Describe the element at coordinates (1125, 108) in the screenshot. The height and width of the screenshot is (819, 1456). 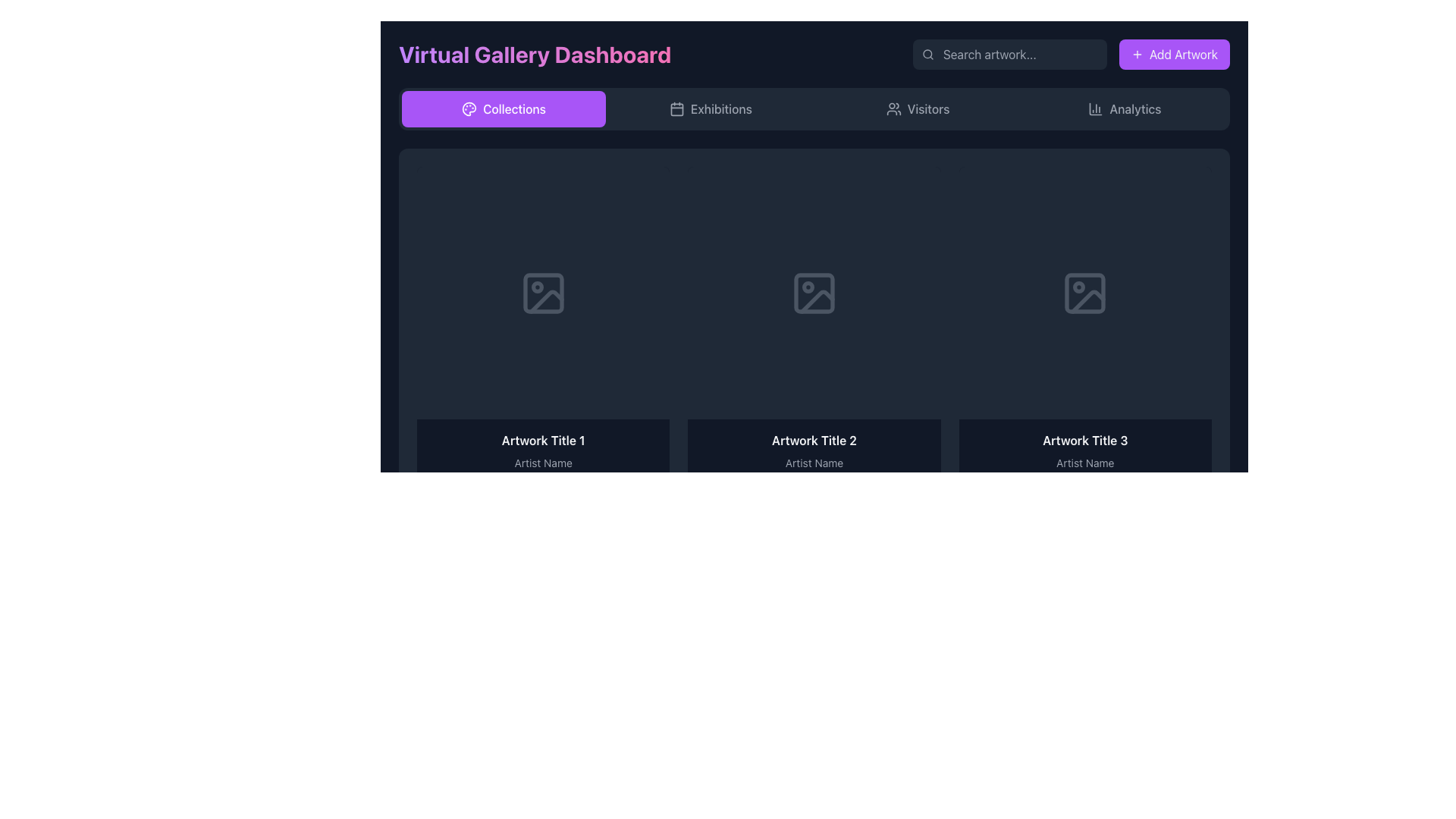
I see `the 'Analytics' button, which is a rectangular button with a bar chart icon and gray text, located in the top navigation menu` at that location.